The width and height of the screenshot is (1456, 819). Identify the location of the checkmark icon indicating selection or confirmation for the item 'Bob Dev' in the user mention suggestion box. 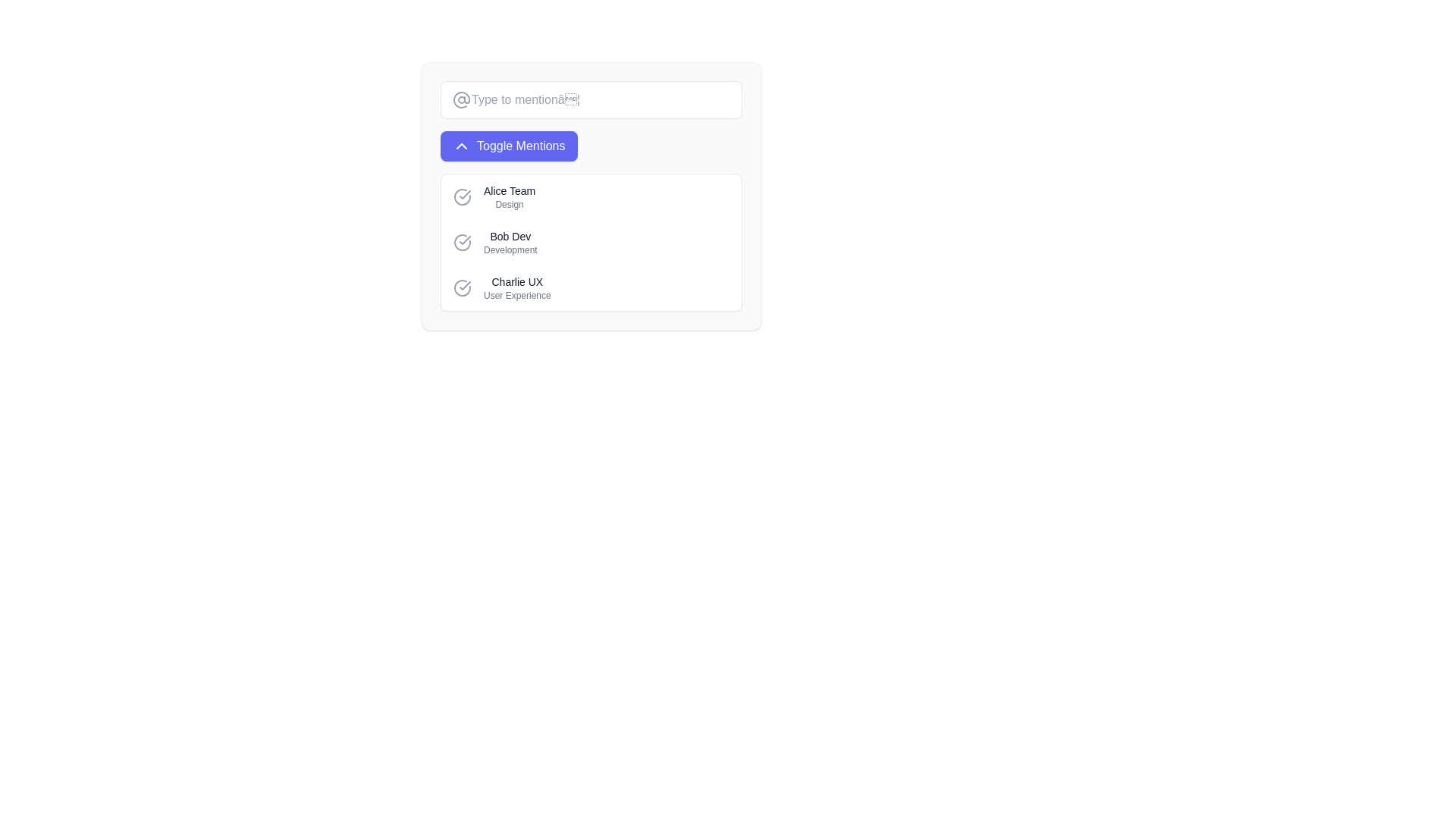
(464, 194).